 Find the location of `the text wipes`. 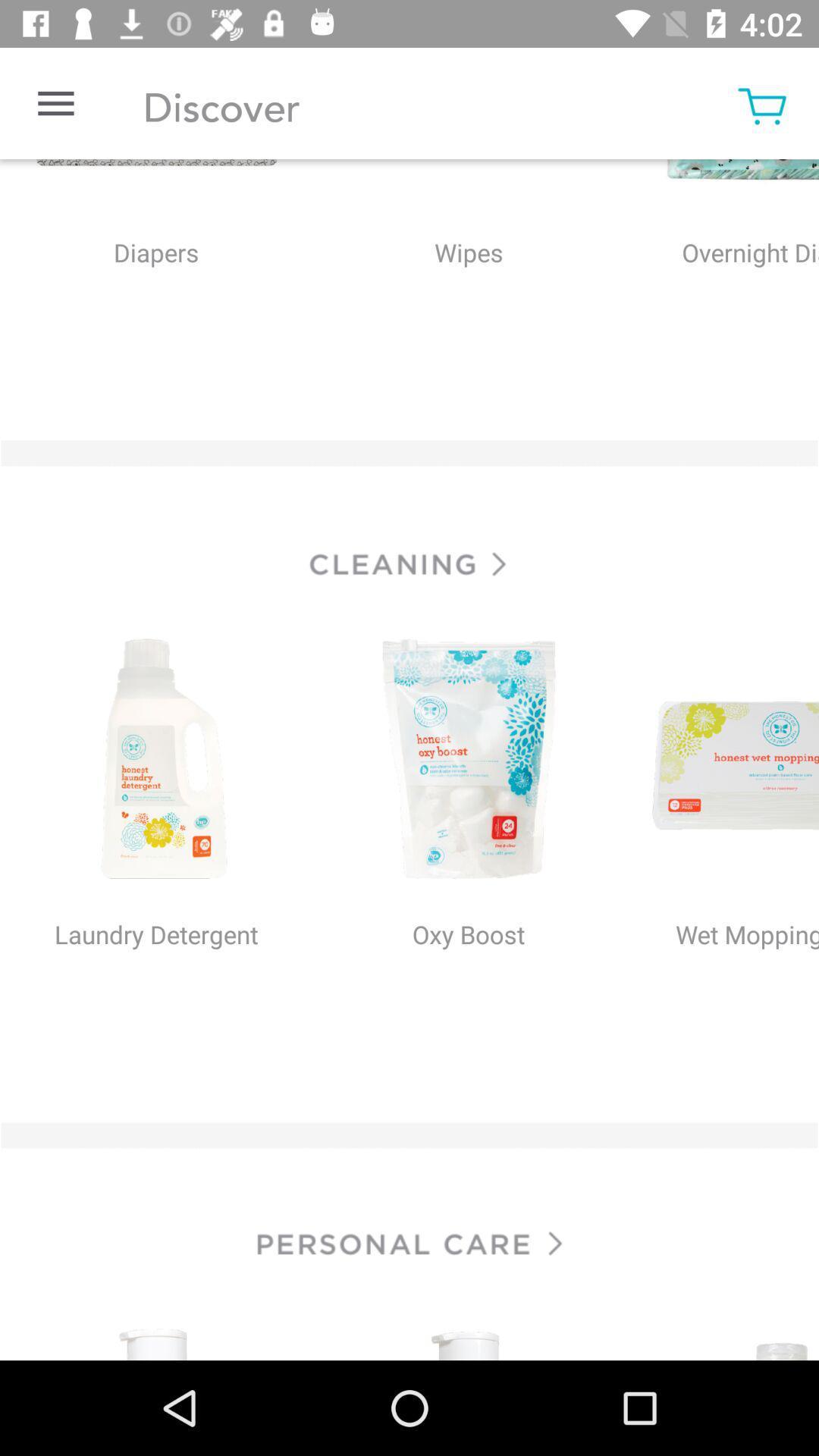

the text wipes is located at coordinates (467, 284).